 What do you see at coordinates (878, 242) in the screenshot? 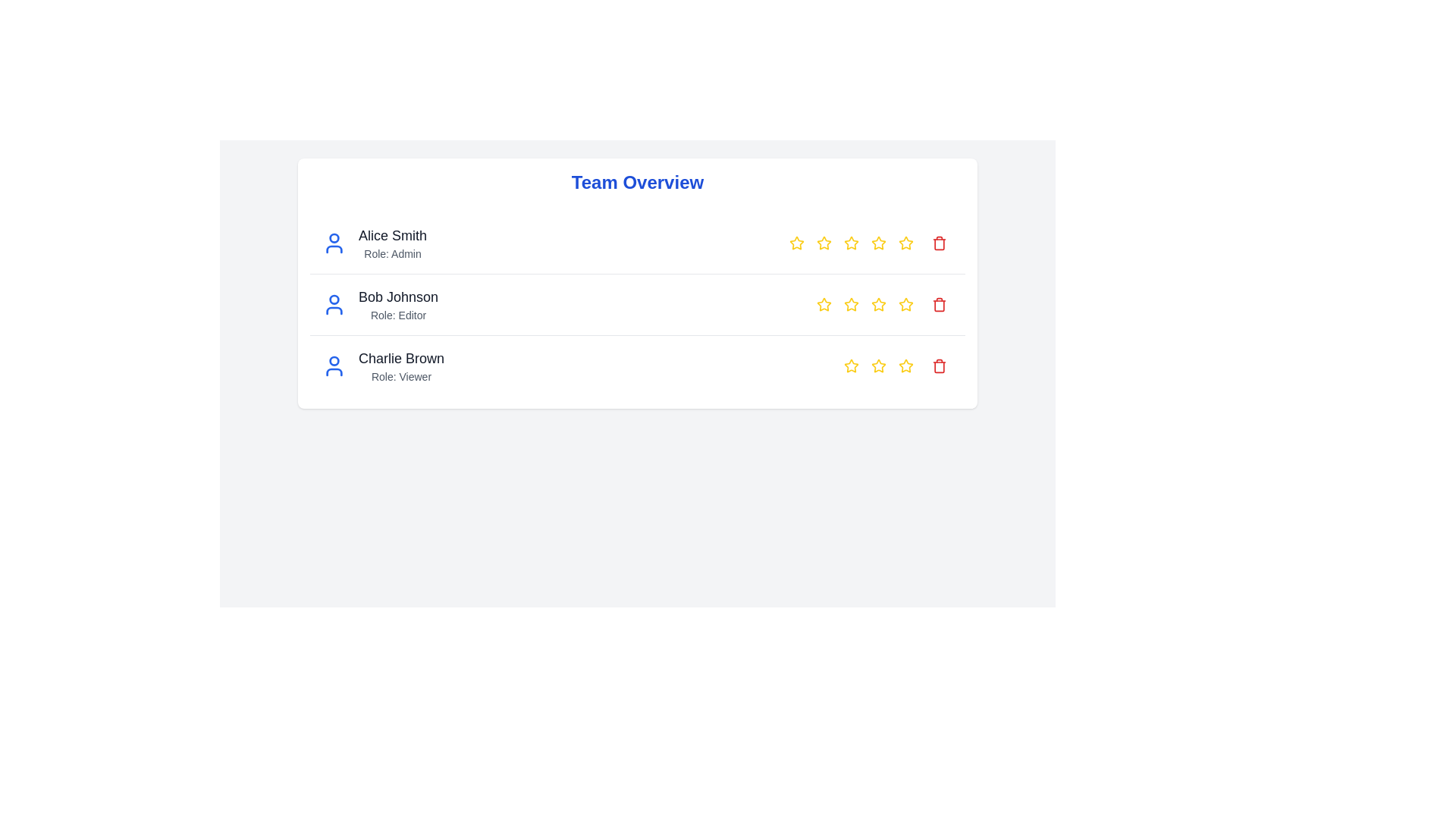
I see `the fifth star rating icon with a yellow outline, located to the right of 'Alice Smith'` at bounding box center [878, 242].